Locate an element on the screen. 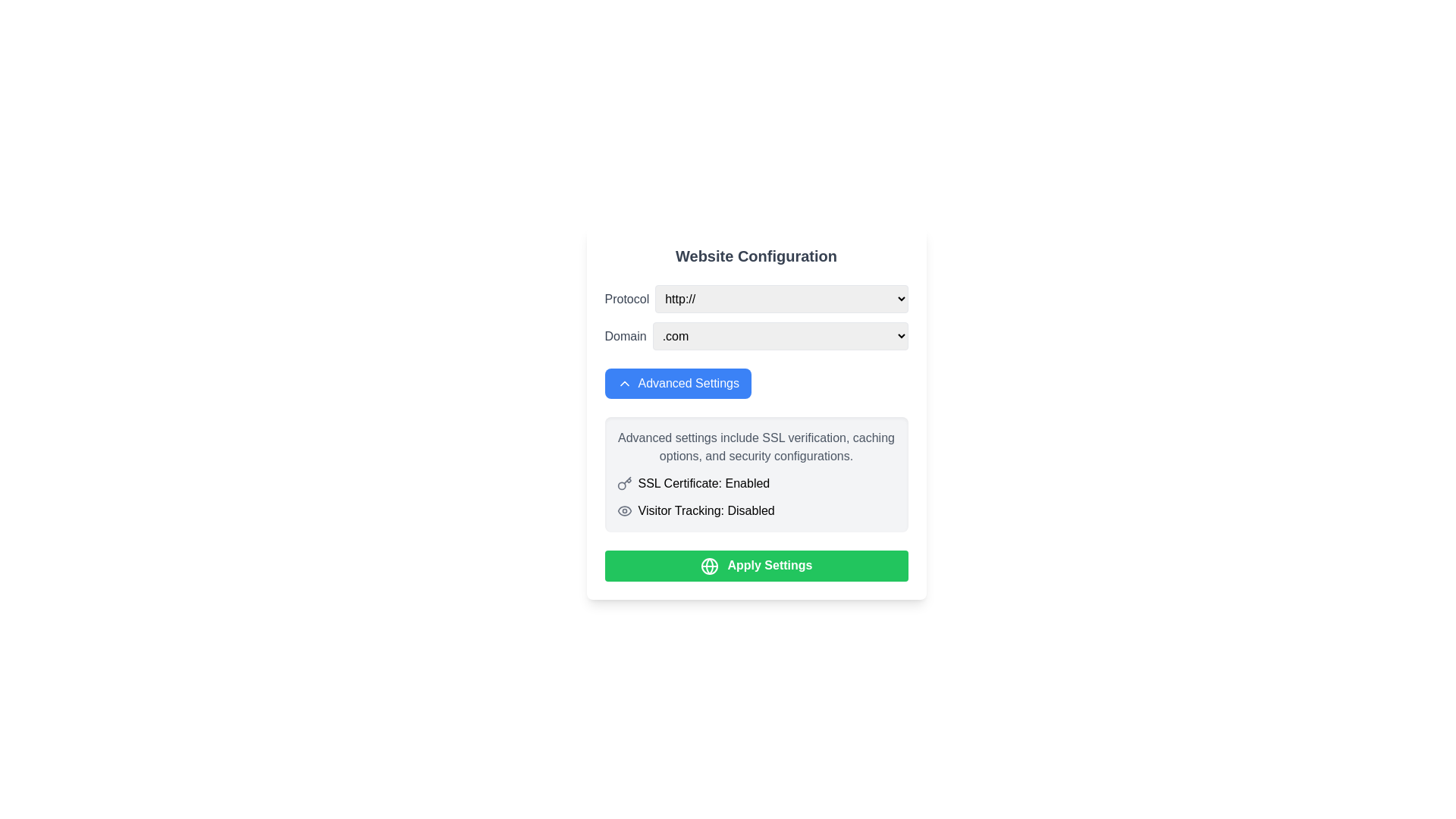  text content of the informational label displaying 'SSL Certificate: Enabled', which is adjacent to a key-shaped icon and styled in black color is located at coordinates (703, 483).